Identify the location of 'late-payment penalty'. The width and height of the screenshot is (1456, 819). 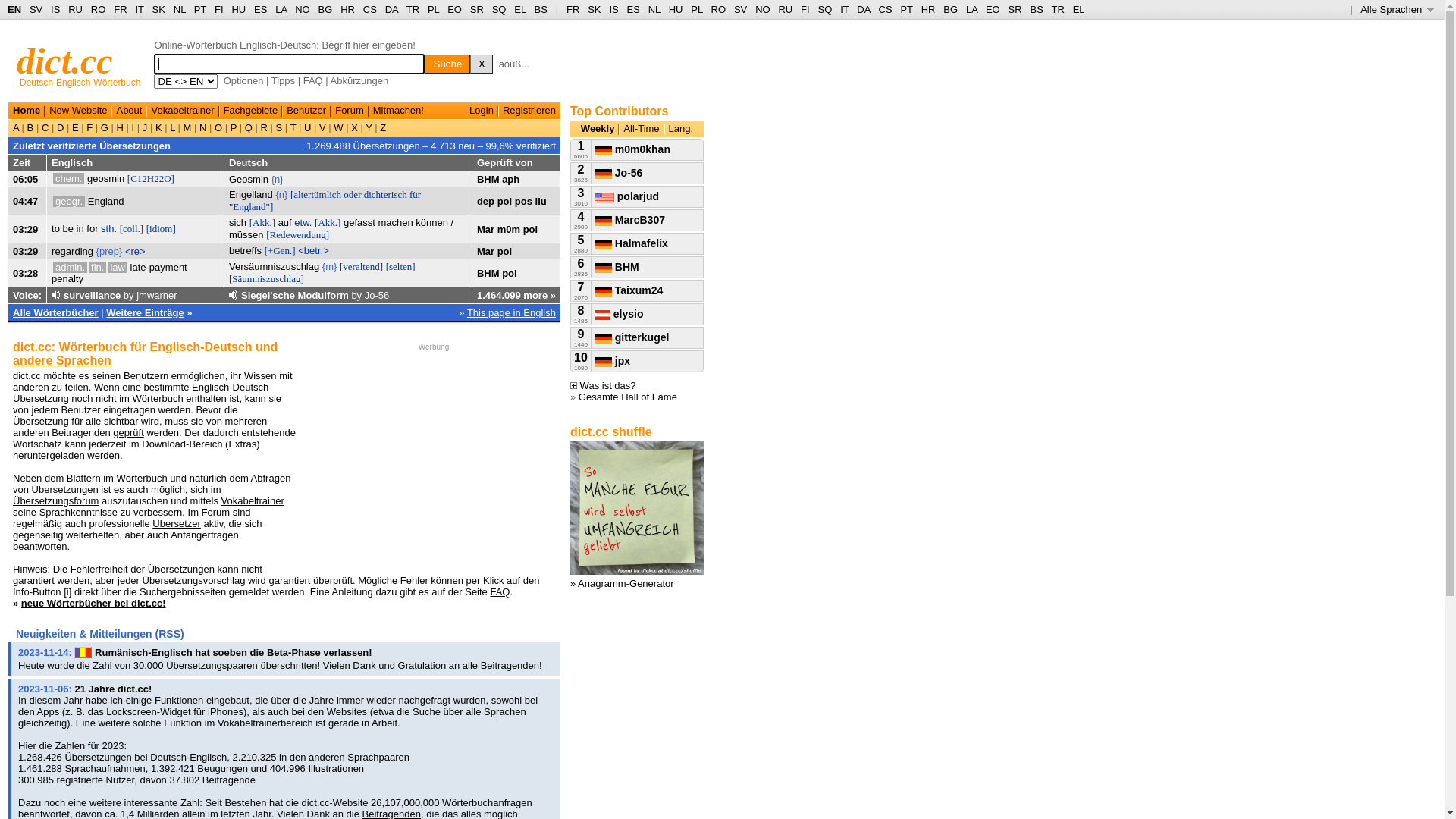
(51, 271).